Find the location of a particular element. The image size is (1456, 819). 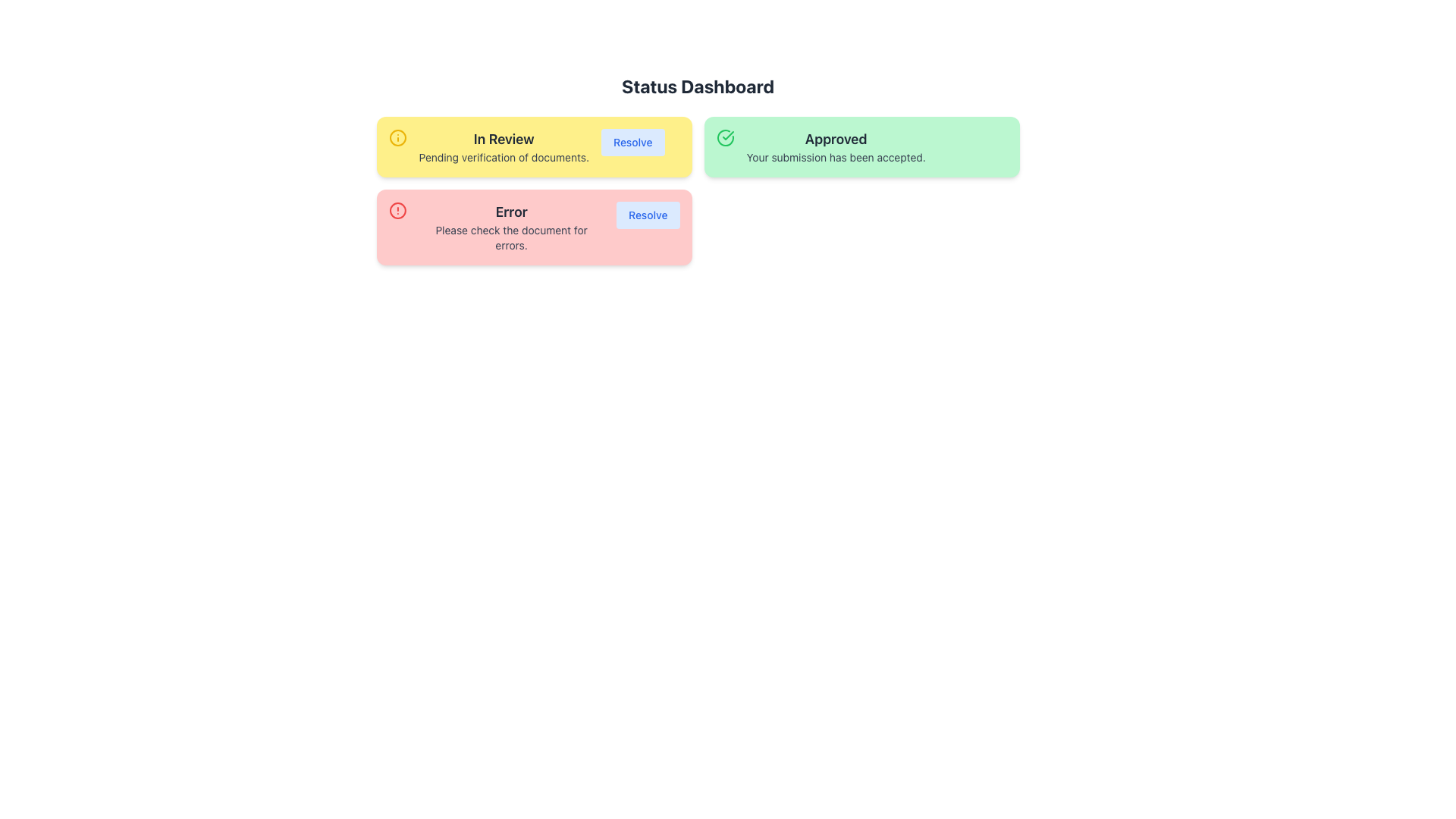

the text label that reads 'Pending verification of documents.' which is styled with a smaller gray font within a highlighted yellow background box in the 'In Review' notification area is located at coordinates (504, 158).